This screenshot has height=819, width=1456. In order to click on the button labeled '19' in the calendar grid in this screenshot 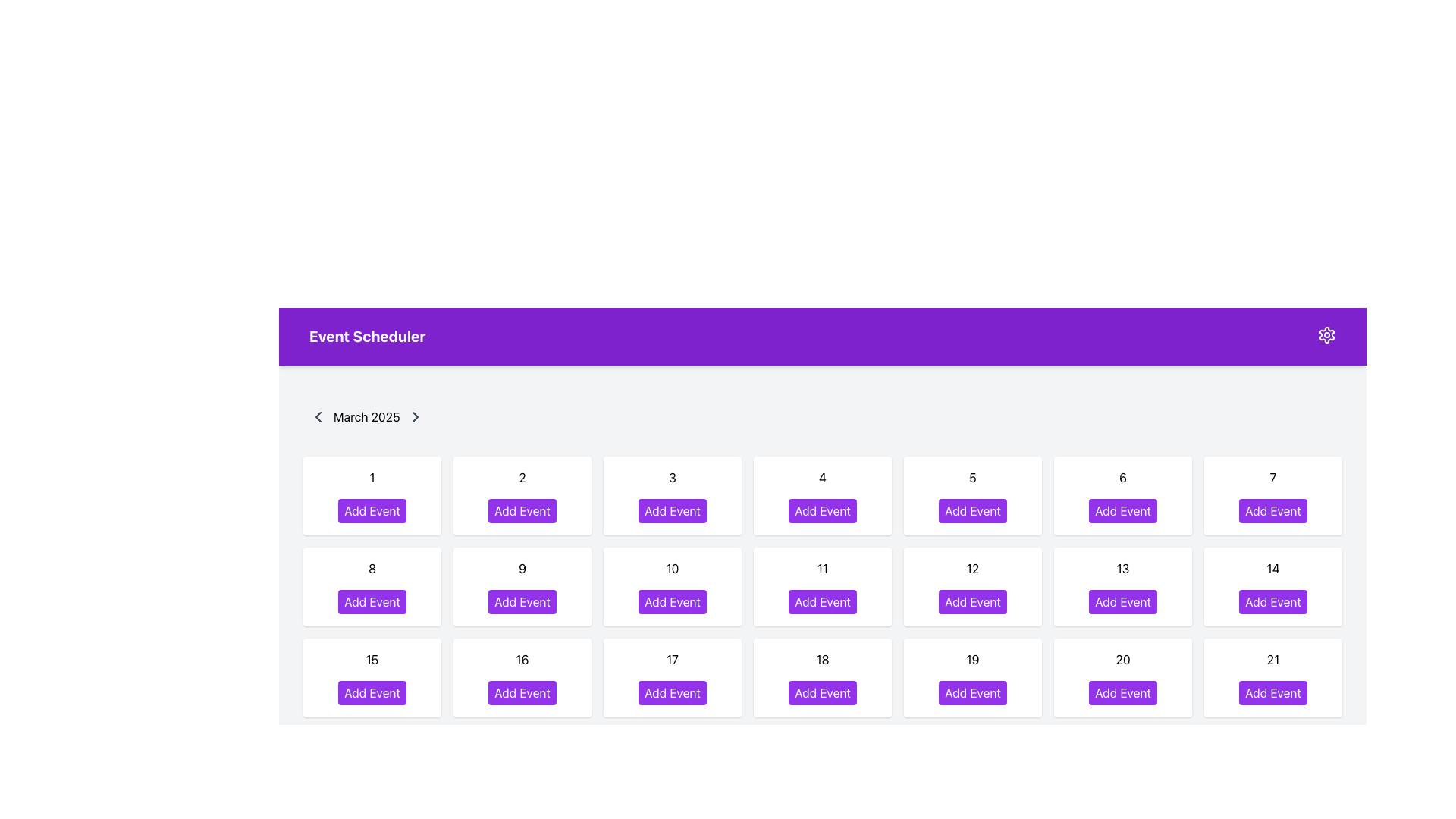, I will do `click(972, 693)`.